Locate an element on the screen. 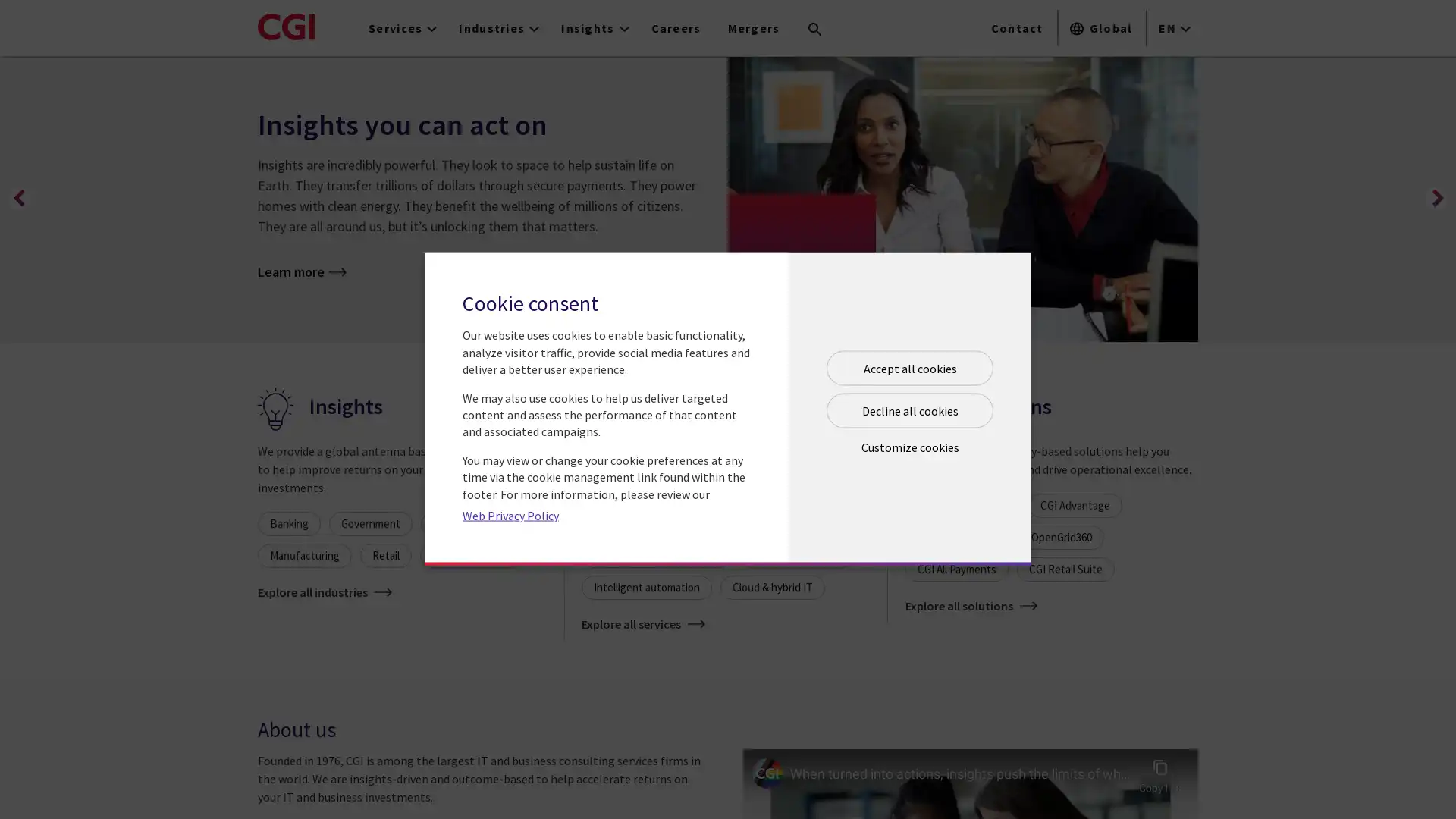  Decline all cookies is located at coordinates (910, 409).